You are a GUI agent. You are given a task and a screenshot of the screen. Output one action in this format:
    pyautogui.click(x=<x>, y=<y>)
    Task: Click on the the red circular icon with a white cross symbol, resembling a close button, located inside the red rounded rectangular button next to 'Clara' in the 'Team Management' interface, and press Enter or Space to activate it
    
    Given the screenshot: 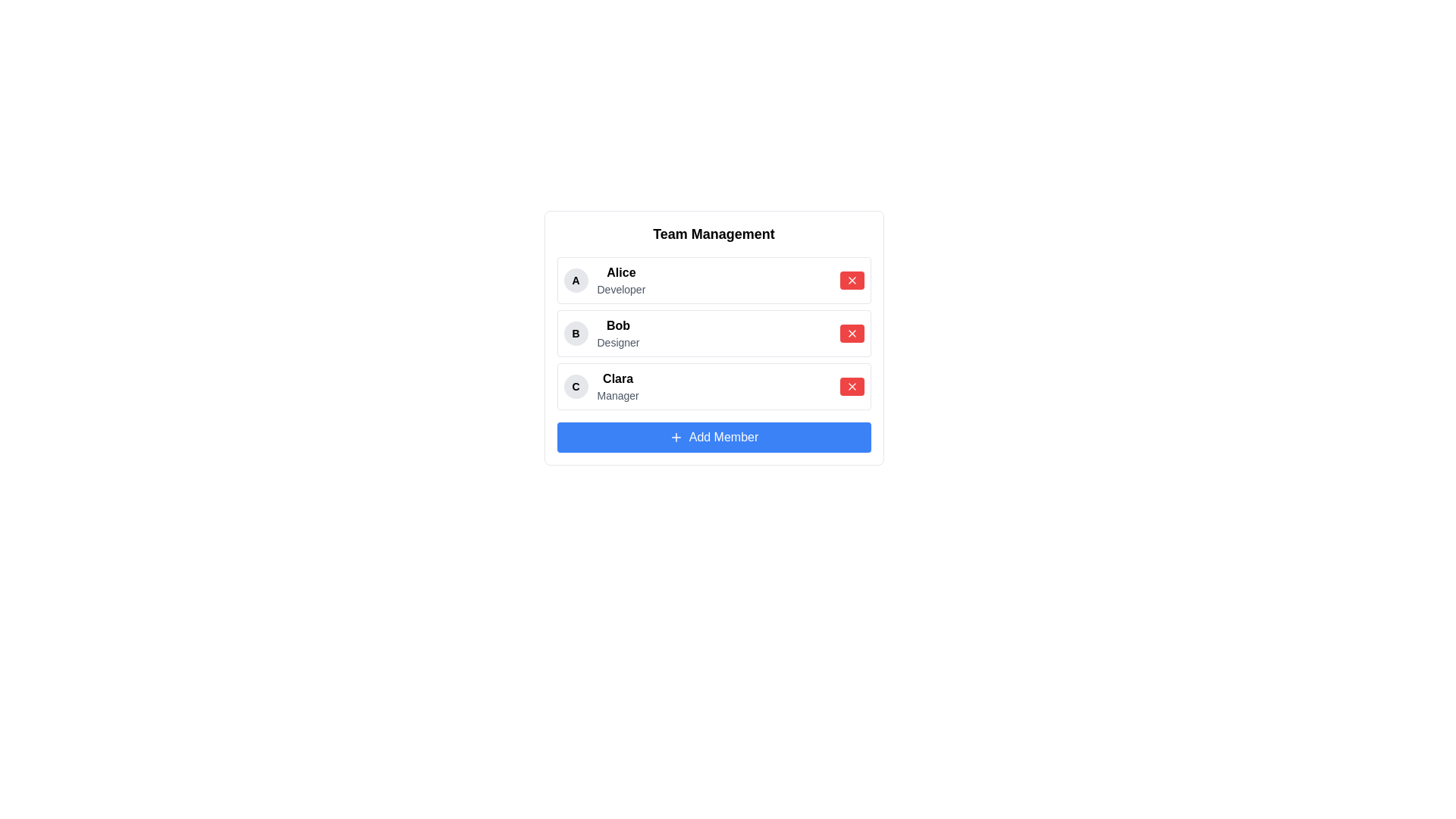 What is the action you would take?
    pyautogui.click(x=852, y=385)
    